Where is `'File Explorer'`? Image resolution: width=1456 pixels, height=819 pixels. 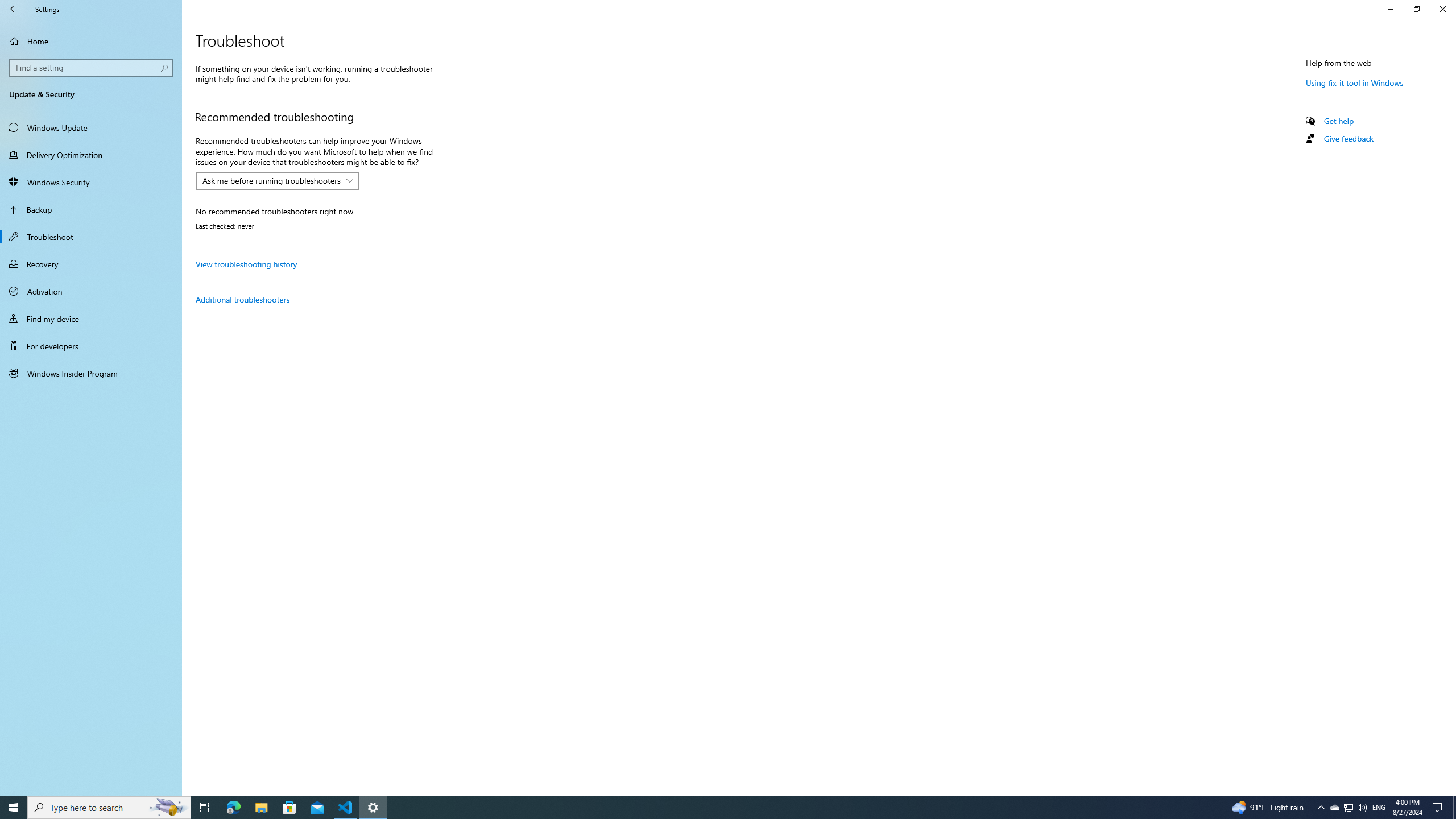 'File Explorer' is located at coordinates (260, 806).